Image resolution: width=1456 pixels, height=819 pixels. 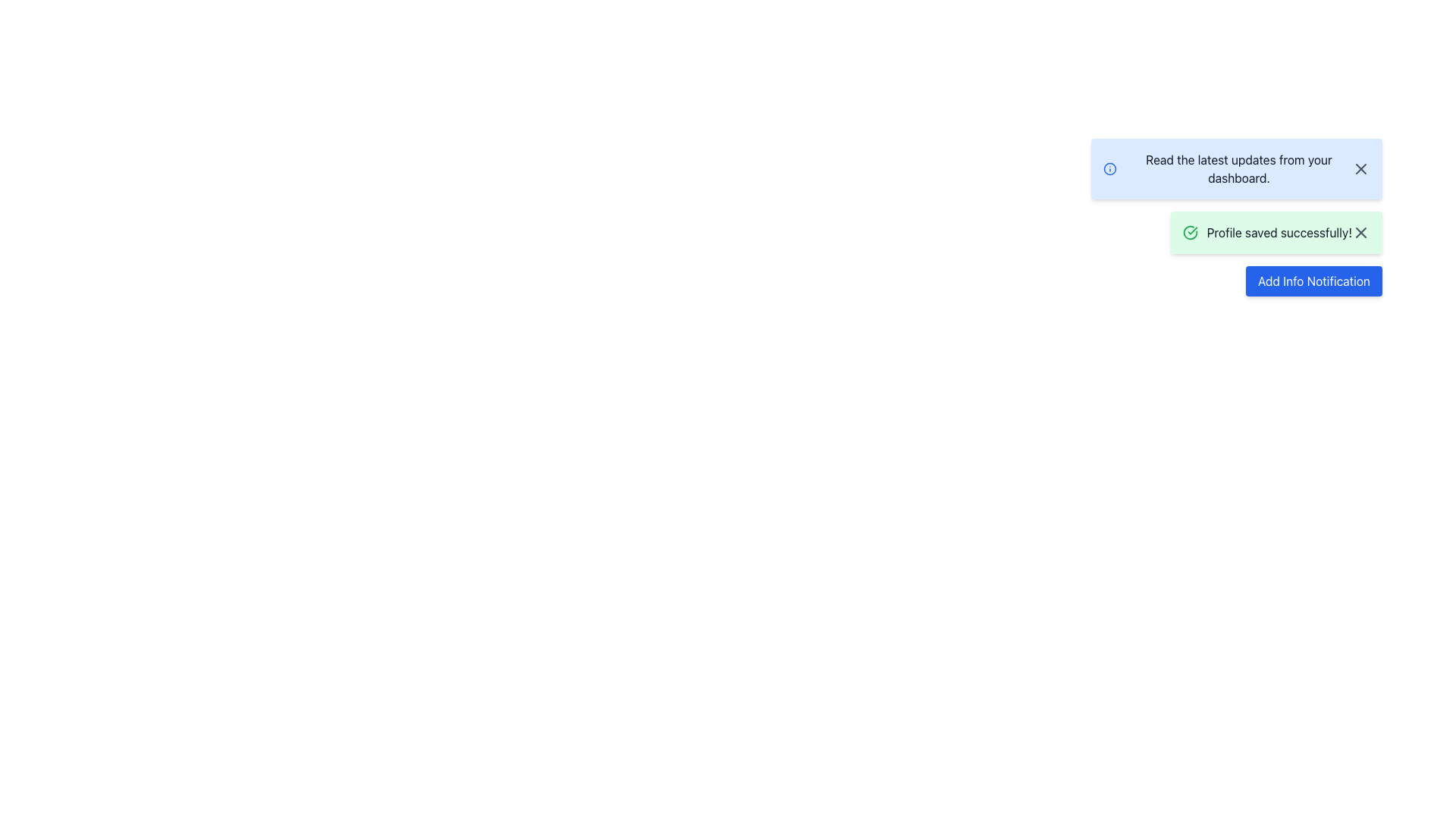 What do you see at coordinates (1361, 233) in the screenshot?
I see `the Close Button represented by a cross (×) symbol located in the upper-right corner of the green notification box that states 'Profile saved successfully!'` at bounding box center [1361, 233].